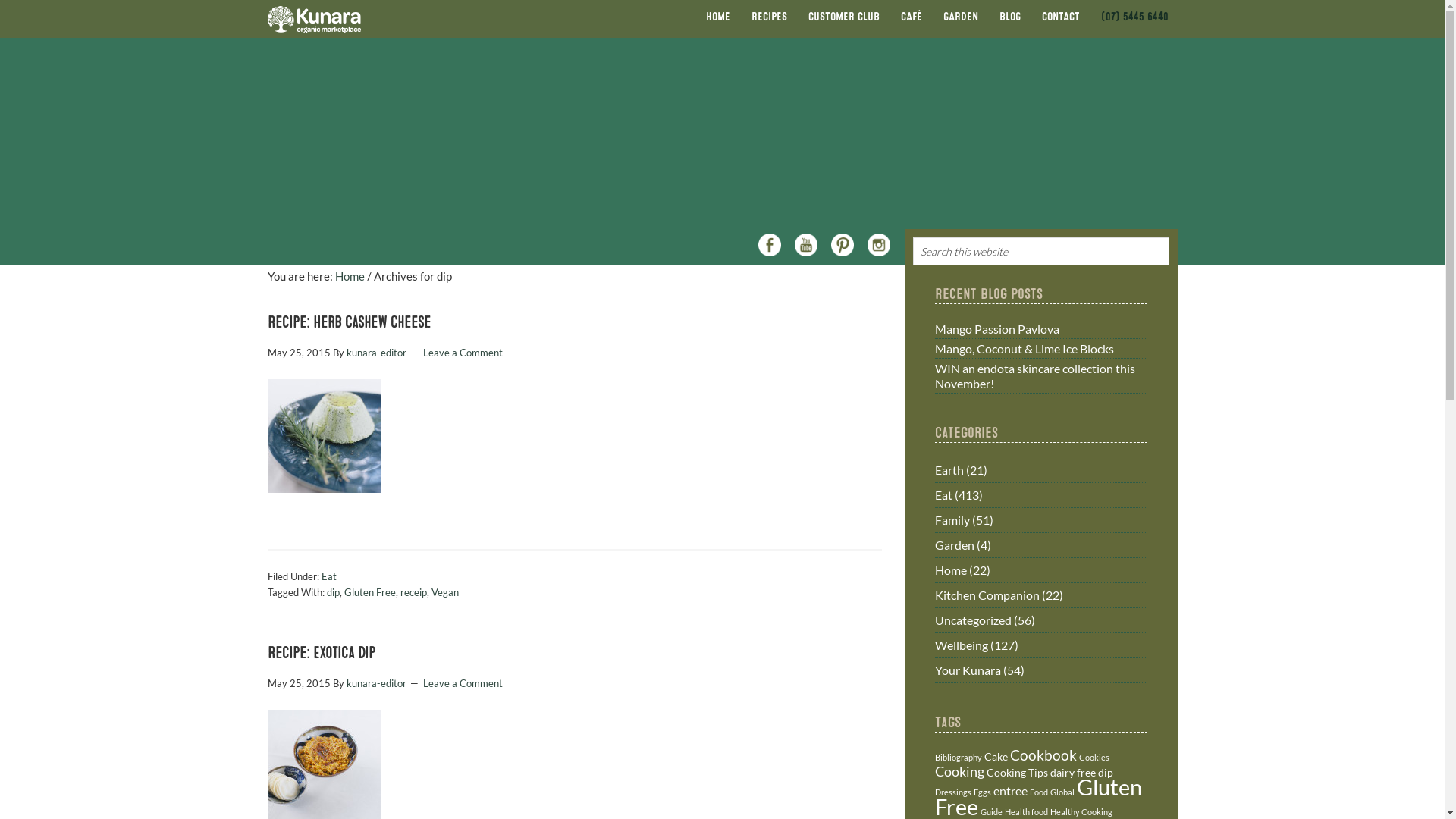  I want to click on 'Your Kunara', so click(966, 669).